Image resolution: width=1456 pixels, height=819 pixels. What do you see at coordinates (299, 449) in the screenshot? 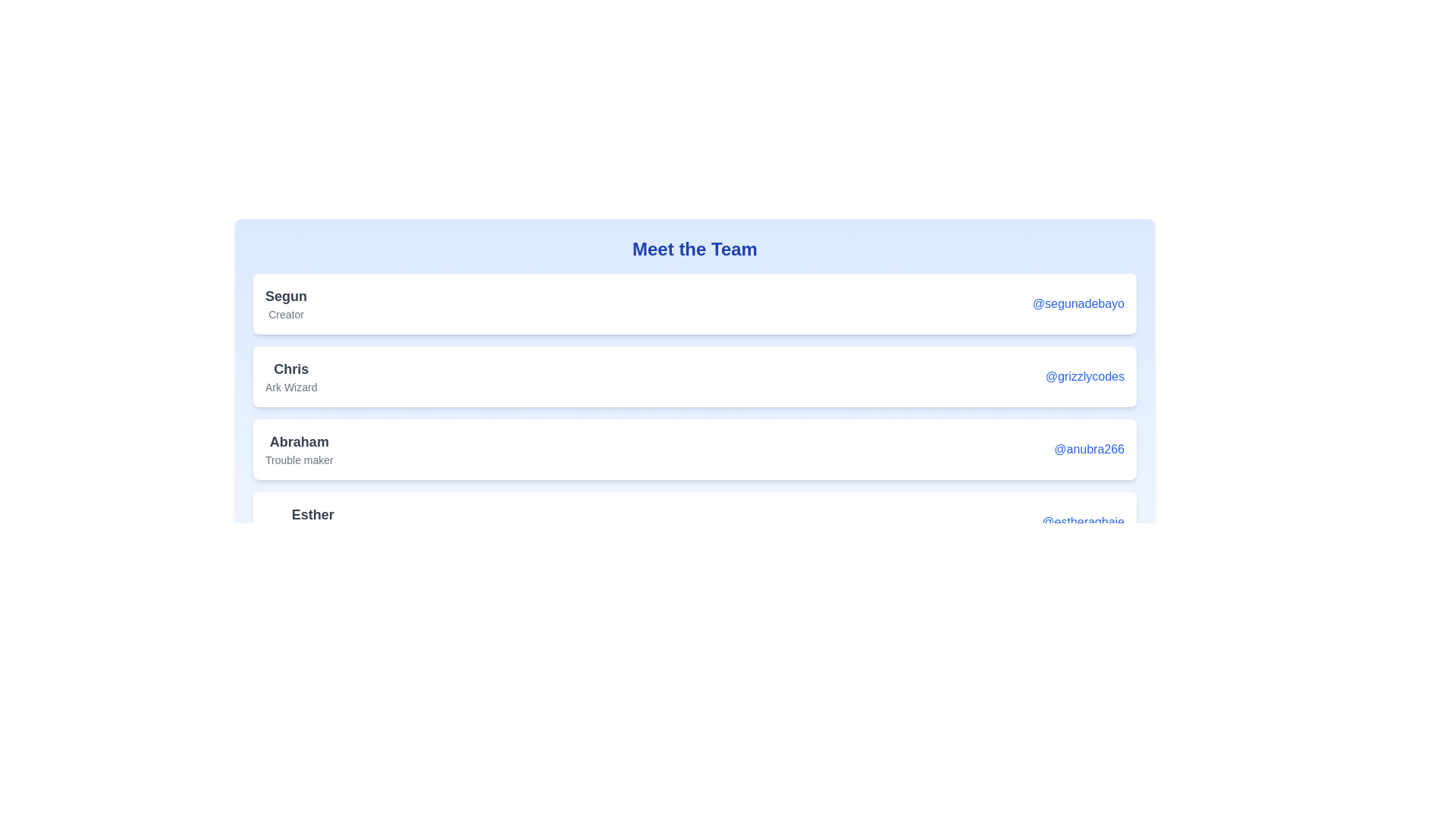
I see `textual label displaying the name 'Abraham' and the title 'Trouble maker' which is located on the left side of a white card in the middle of the interface` at bounding box center [299, 449].